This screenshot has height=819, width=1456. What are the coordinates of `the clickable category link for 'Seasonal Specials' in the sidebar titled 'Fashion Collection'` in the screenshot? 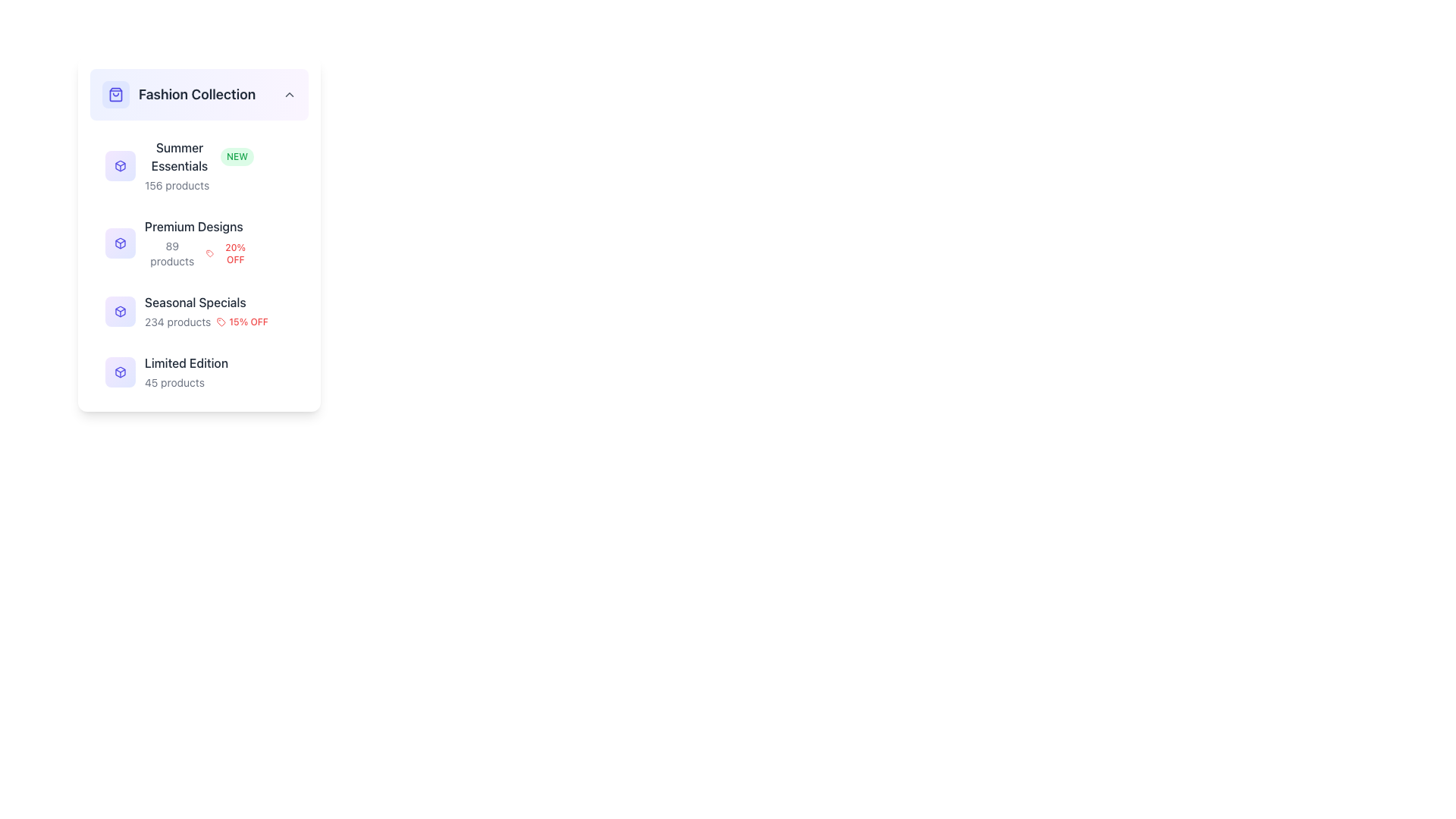 It's located at (211, 311).